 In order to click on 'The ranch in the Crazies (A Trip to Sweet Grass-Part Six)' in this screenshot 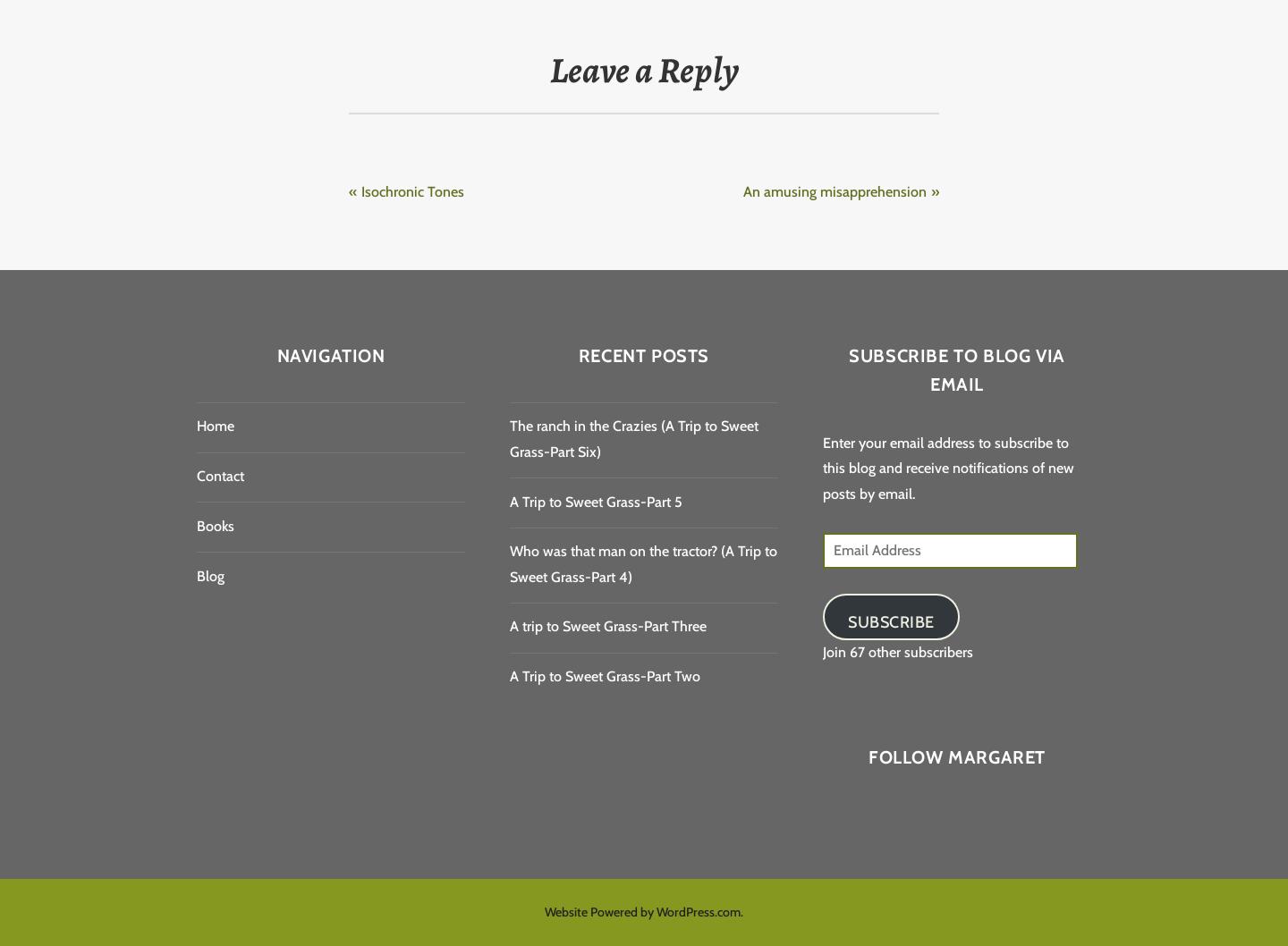, I will do `click(634, 437)`.